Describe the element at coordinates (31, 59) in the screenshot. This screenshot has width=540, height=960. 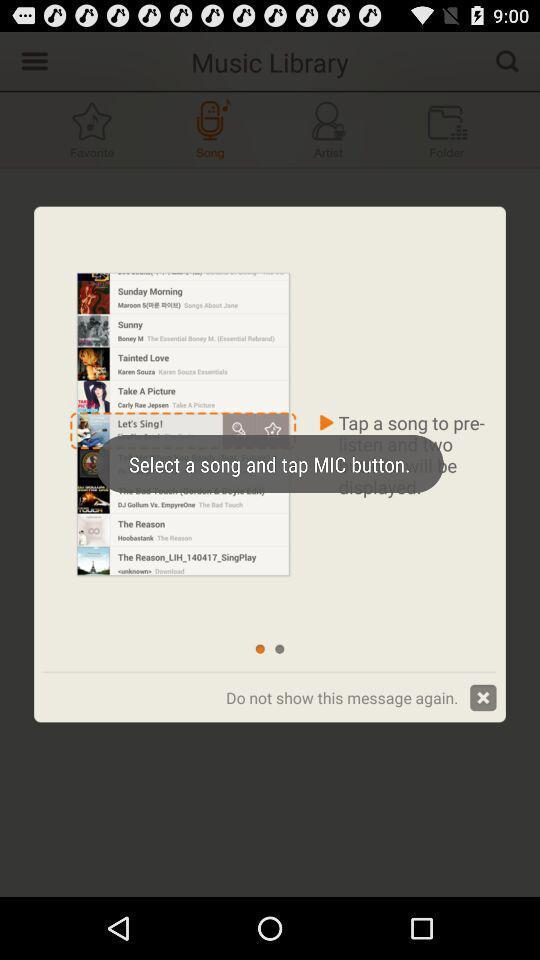
I see `menu option` at that location.